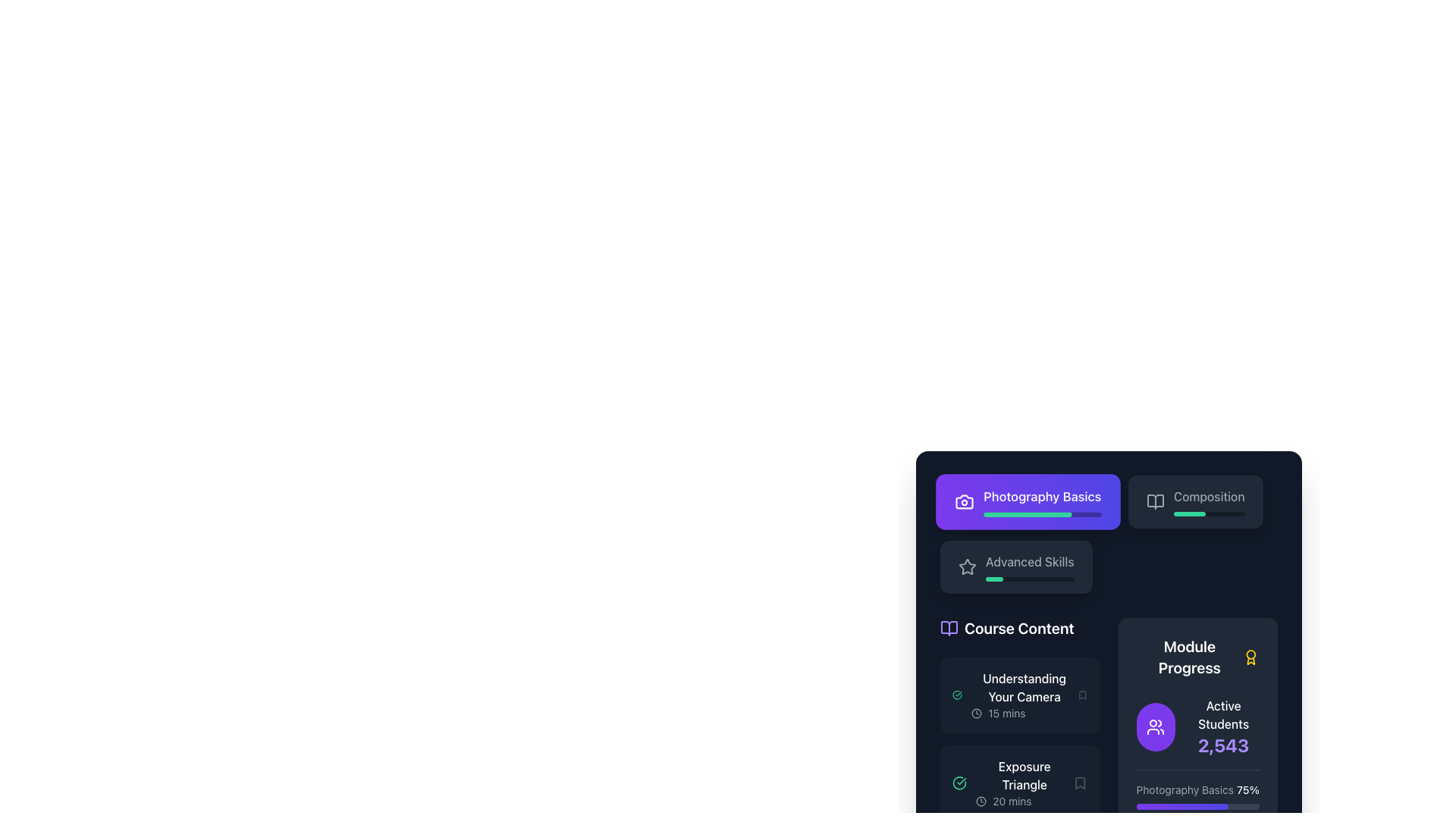 This screenshot has height=819, width=1456. Describe the element at coordinates (1109, 534) in the screenshot. I see `the 'Photography Basics' button with a gradient background and a camera icon` at that location.